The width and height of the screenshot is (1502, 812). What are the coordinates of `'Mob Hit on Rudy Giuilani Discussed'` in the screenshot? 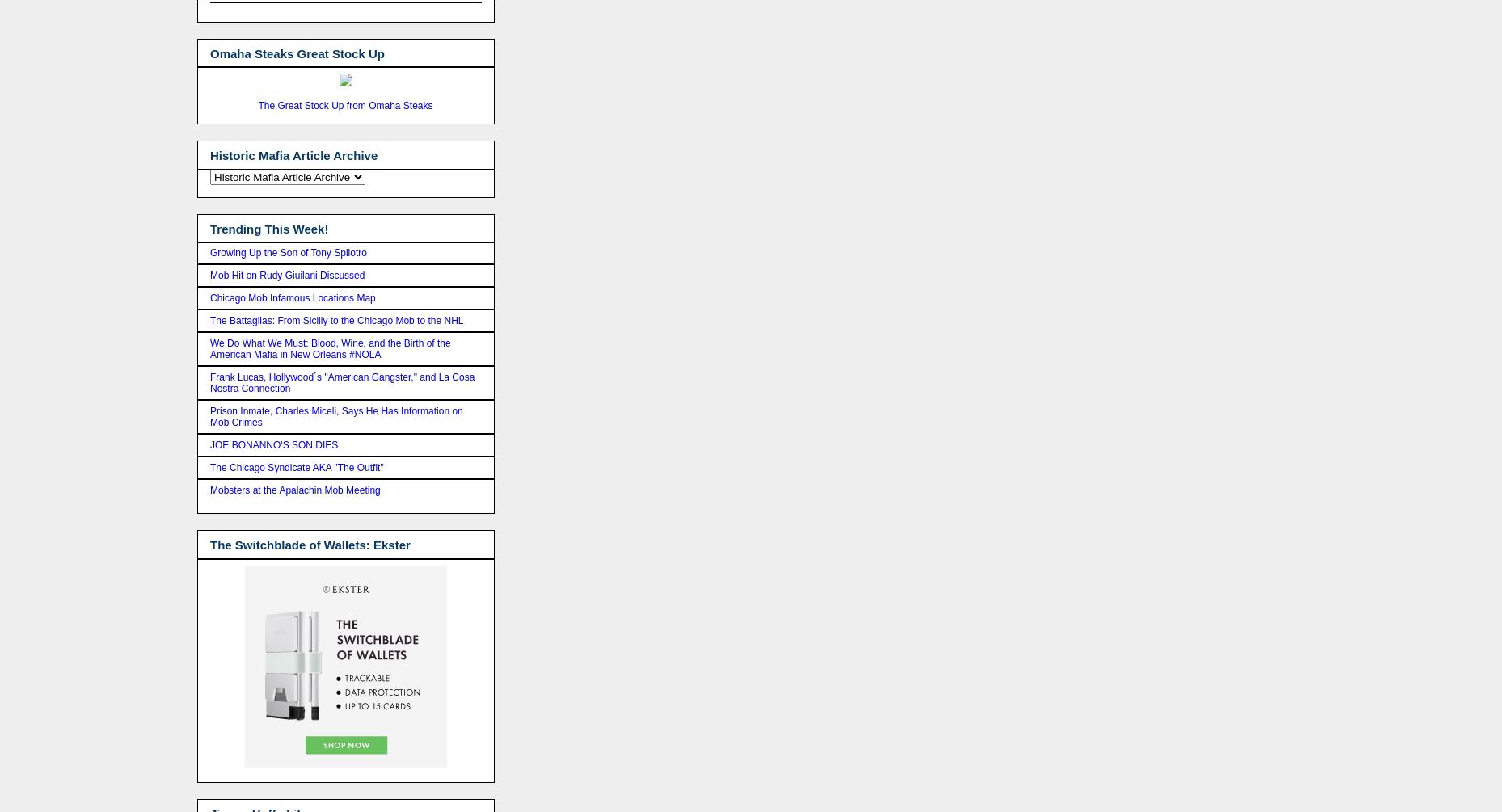 It's located at (287, 275).